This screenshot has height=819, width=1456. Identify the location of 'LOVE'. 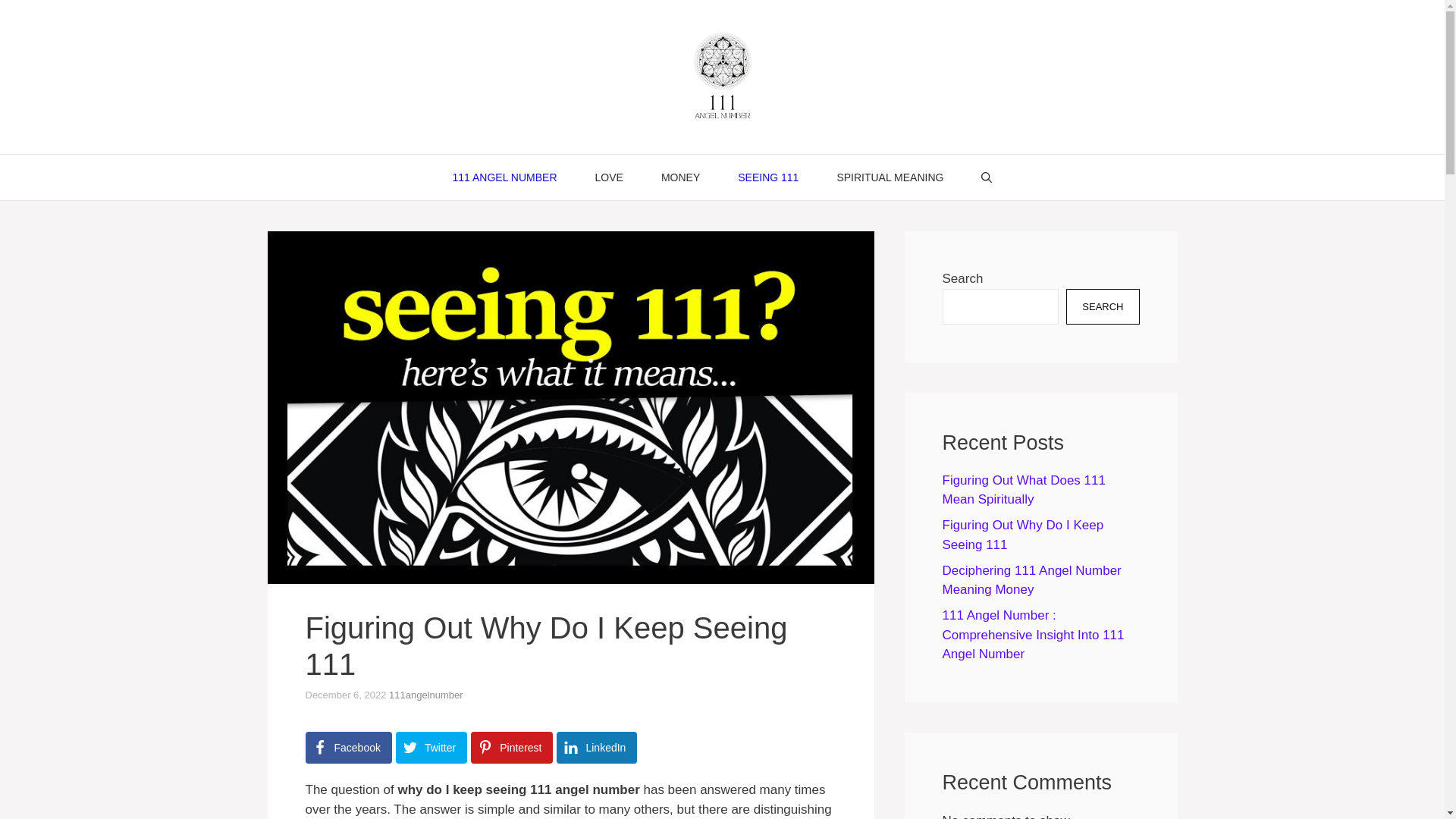
(609, 177).